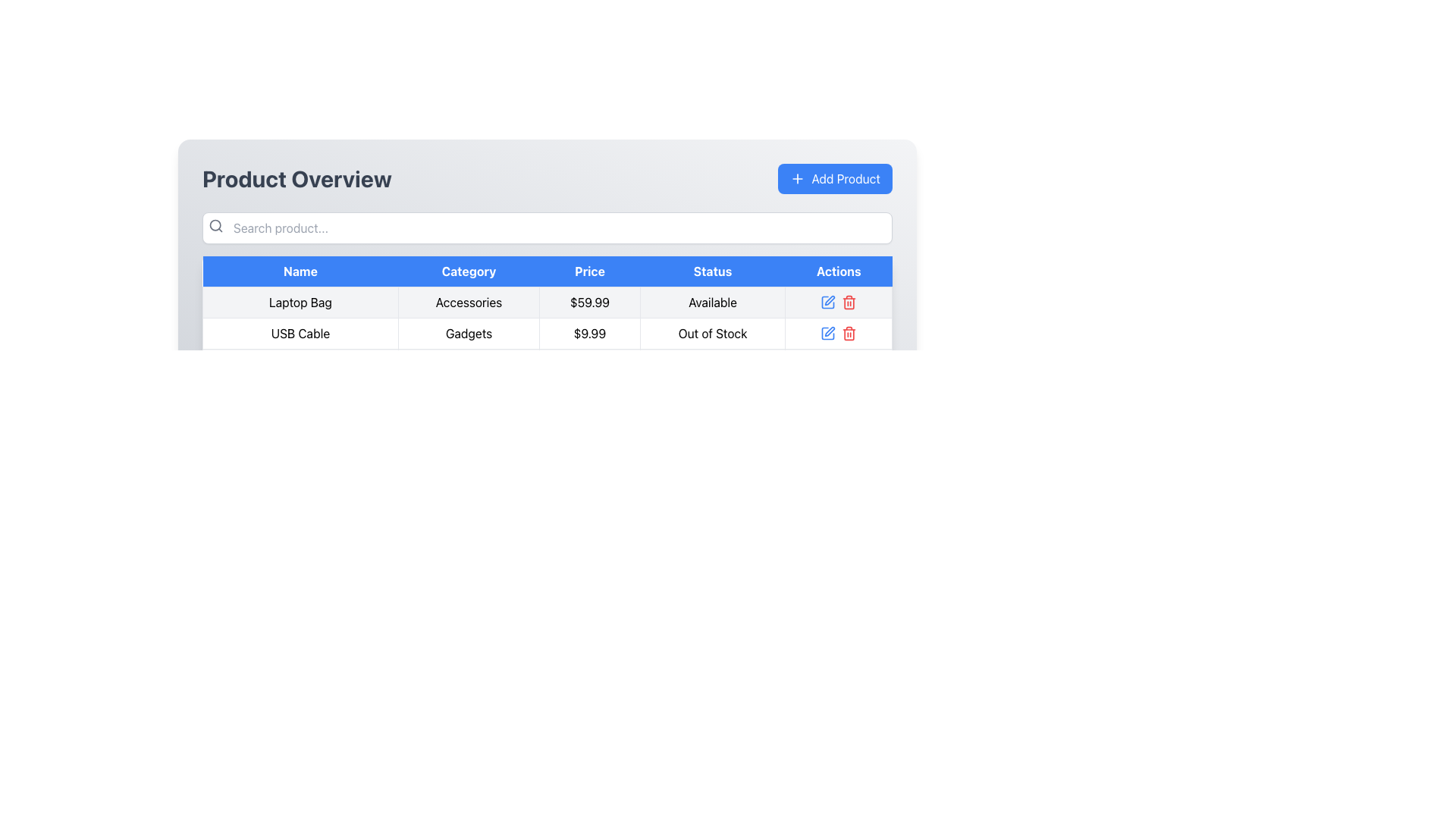 The image size is (1456, 819). I want to click on the text label displaying the price '$9.99' in the Price column of the second row of the table, which is part of the information for 'USB Cable' under the Name column, so click(588, 332).